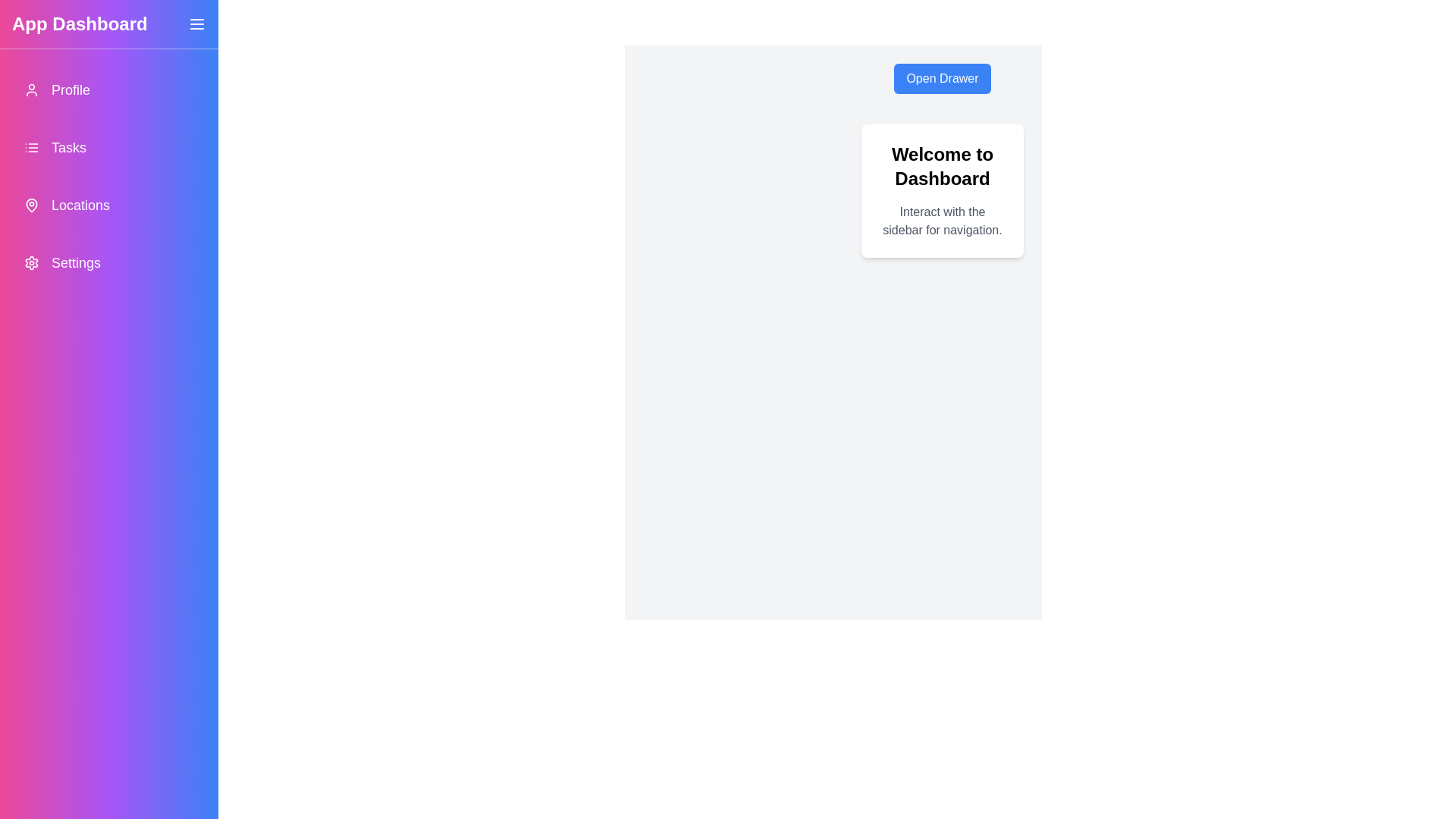  What do you see at coordinates (108, 205) in the screenshot?
I see `the navigation item Locations from the drawer` at bounding box center [108, 205].